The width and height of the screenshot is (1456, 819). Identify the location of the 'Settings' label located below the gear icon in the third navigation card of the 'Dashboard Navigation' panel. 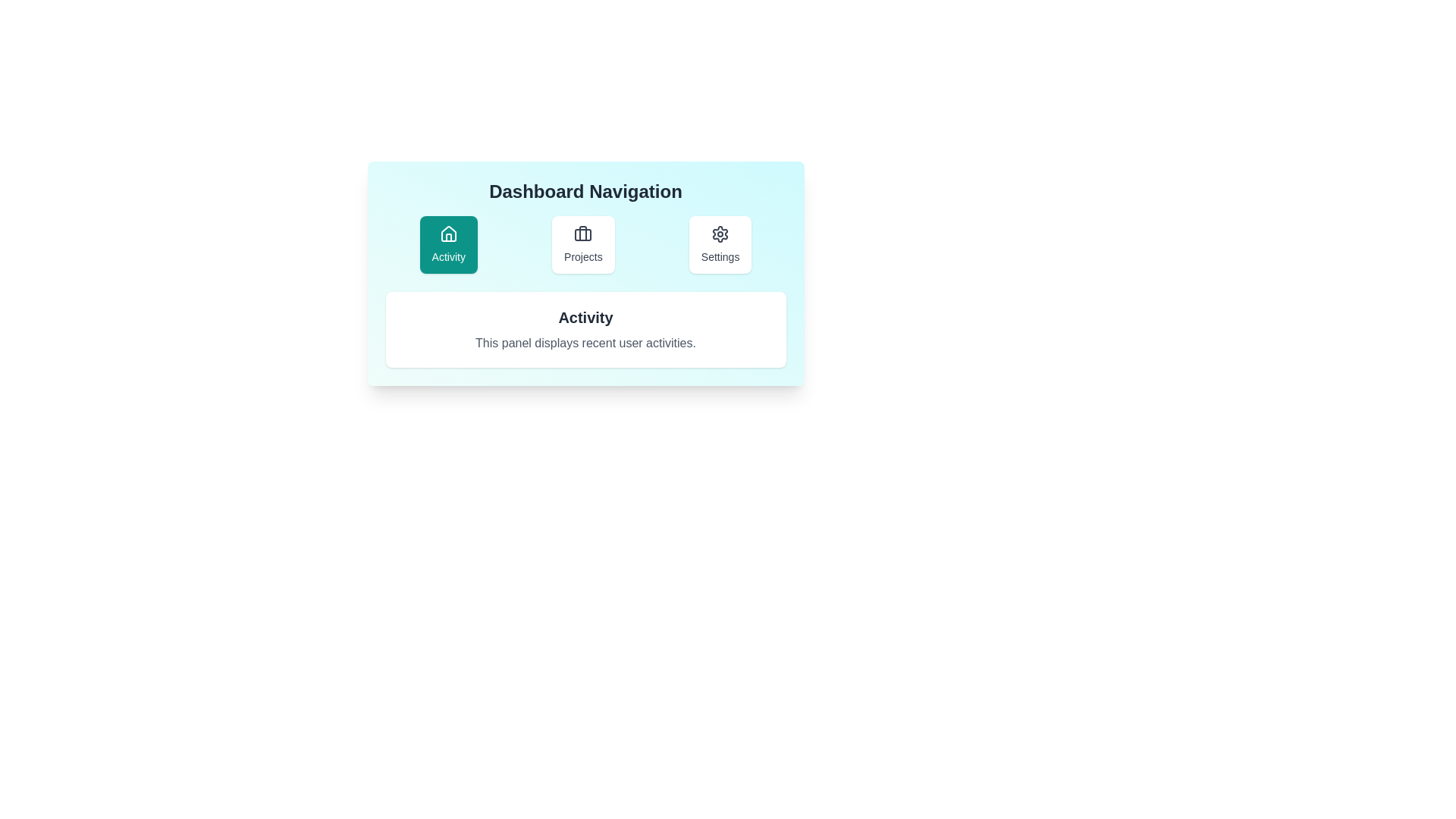
(720, 256).